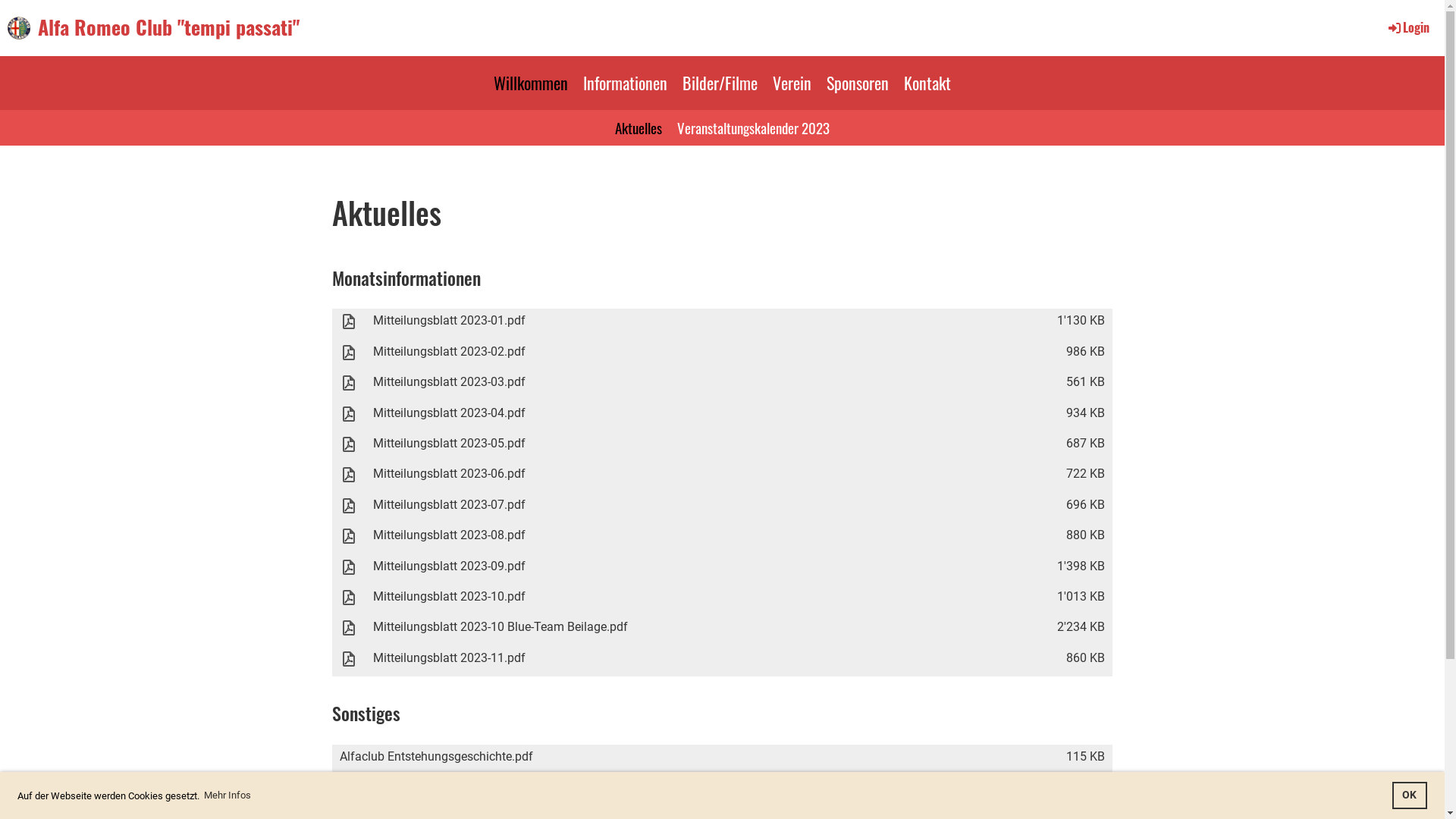 The width and height of the screenshot is (1456, 819). Describe the element at coordinates (625, 83) in the screenshot. I see `'Informationen'` at that location.